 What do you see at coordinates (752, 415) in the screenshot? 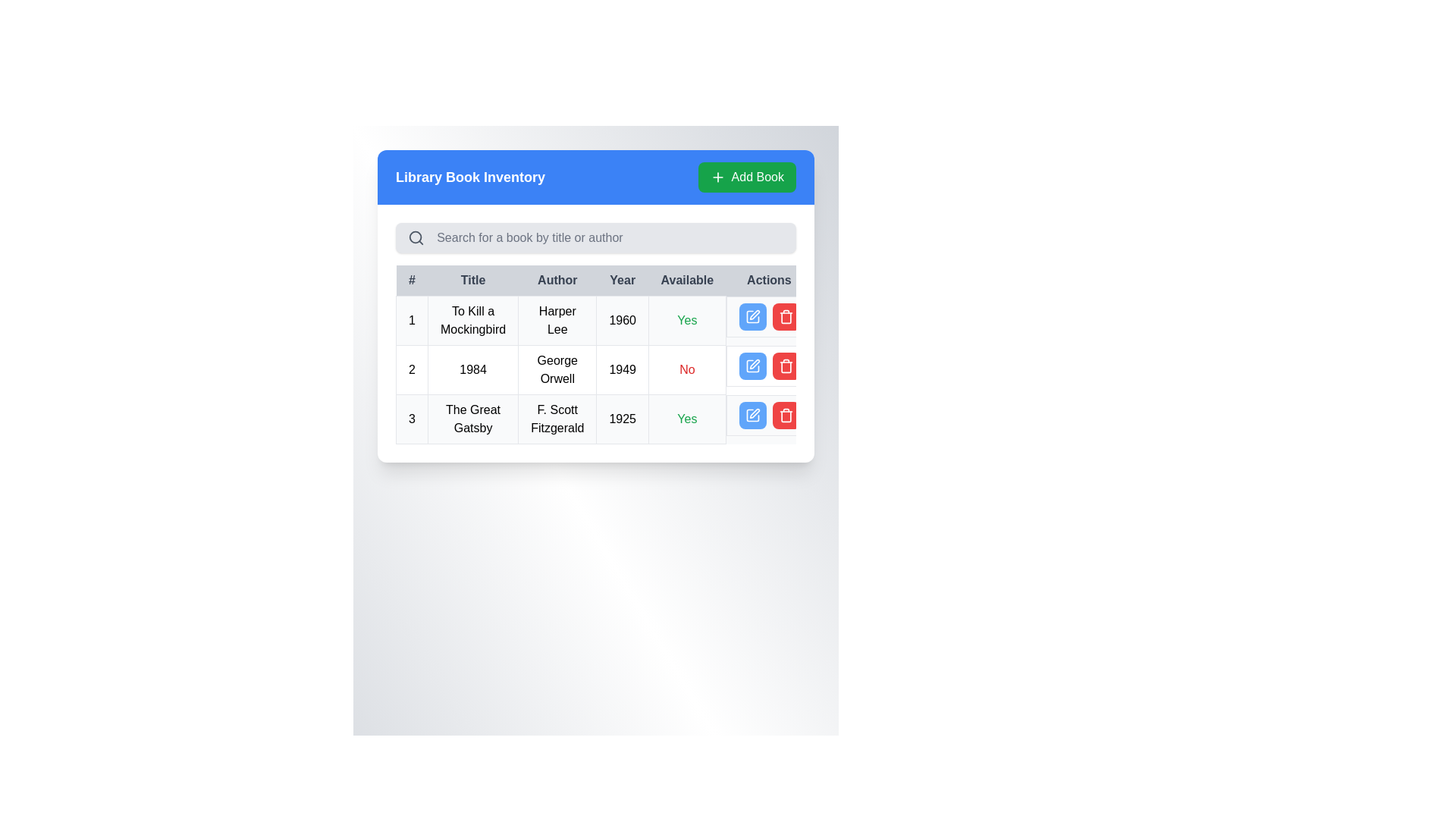
I see `the blue rectangular button with a white pencil icon located in the 'Actions' column of the last row for 'The Great Gatsby'` at bounding box center [752, 415].